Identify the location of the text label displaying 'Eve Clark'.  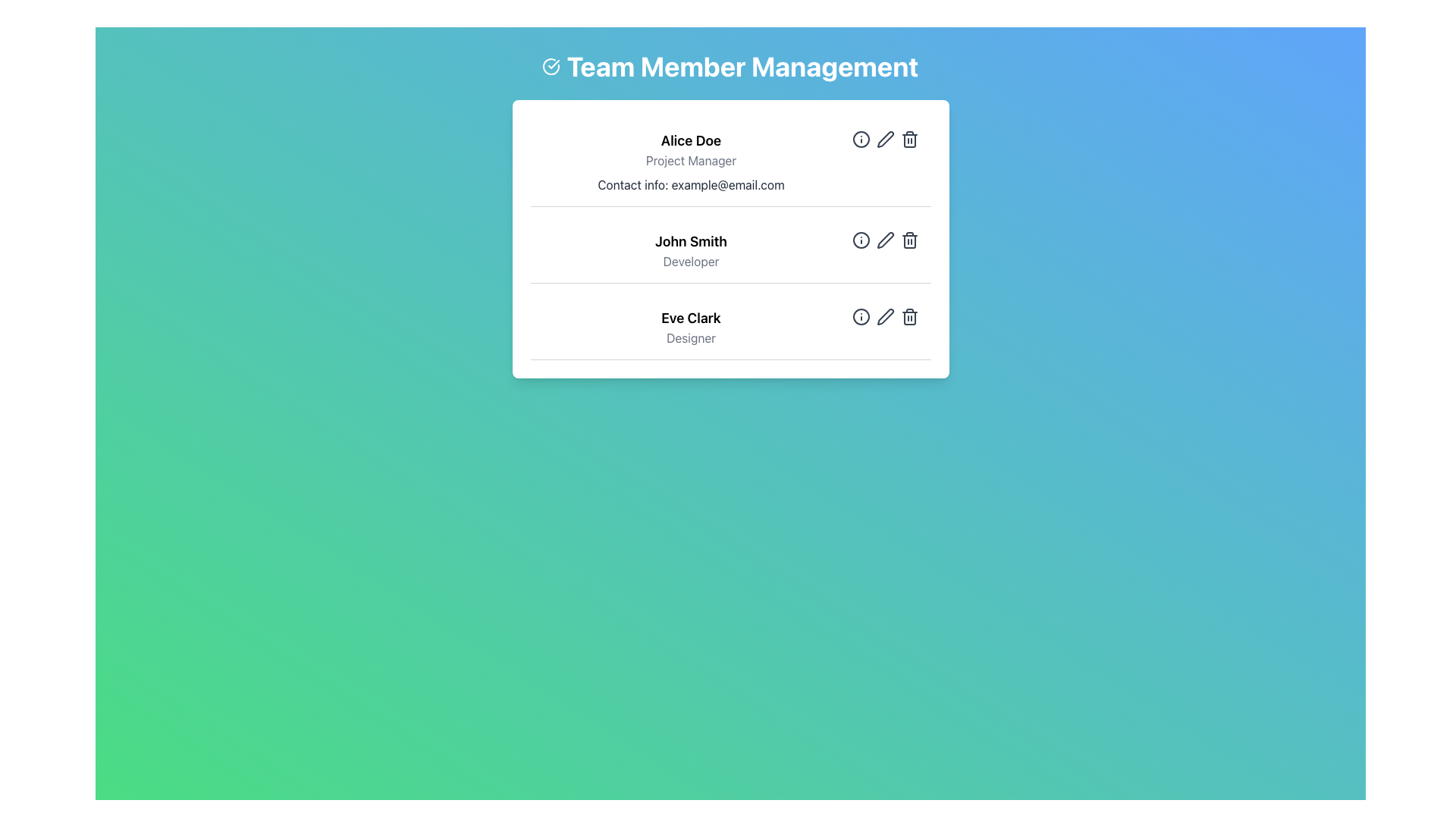
(690, 318).